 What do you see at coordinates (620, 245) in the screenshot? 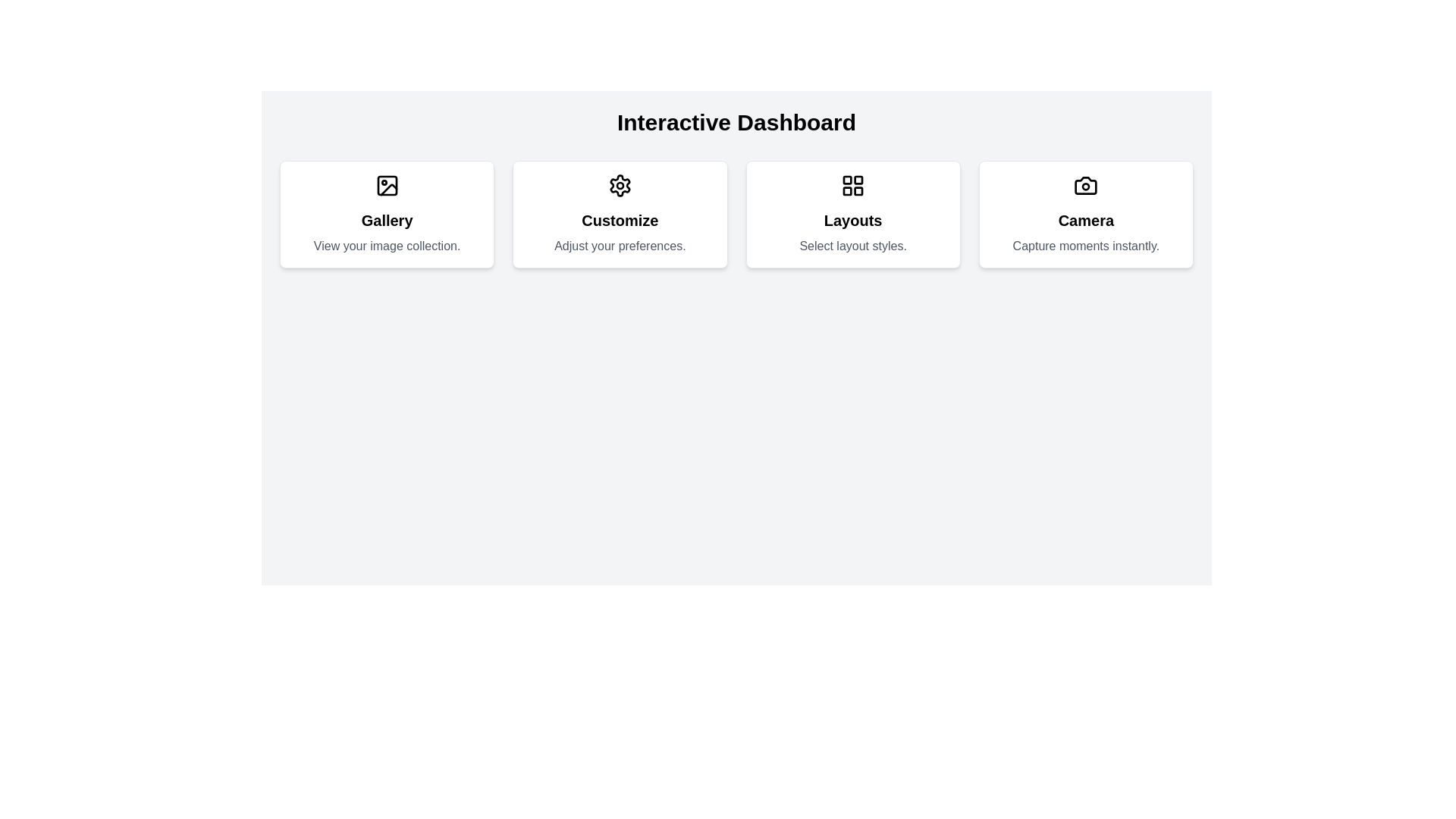
I see `supplementary text label that provides context for the 'Customize' section, located beneath the 'Customize' text in the second card of a horizontal grid layout` at bounding box center [620, 245].